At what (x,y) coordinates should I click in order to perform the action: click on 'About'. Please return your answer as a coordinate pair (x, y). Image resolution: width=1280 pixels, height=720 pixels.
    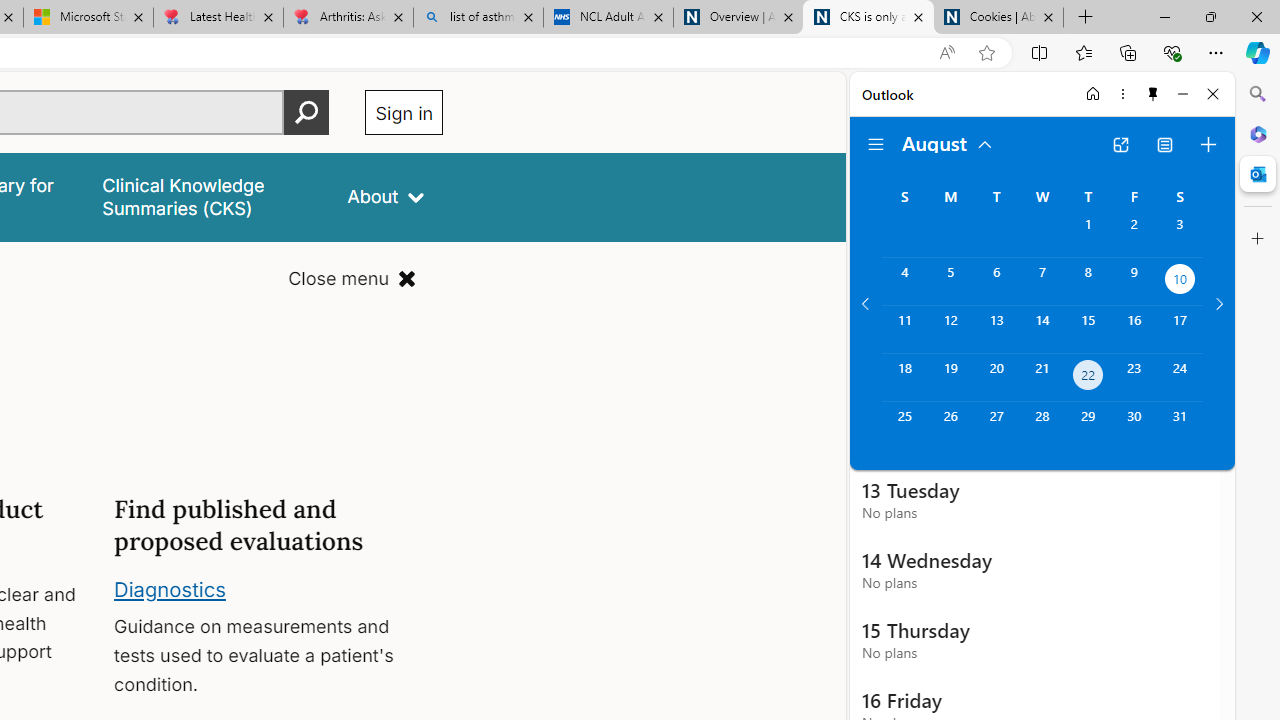
    Looking at the image, I should click on (386, 197).